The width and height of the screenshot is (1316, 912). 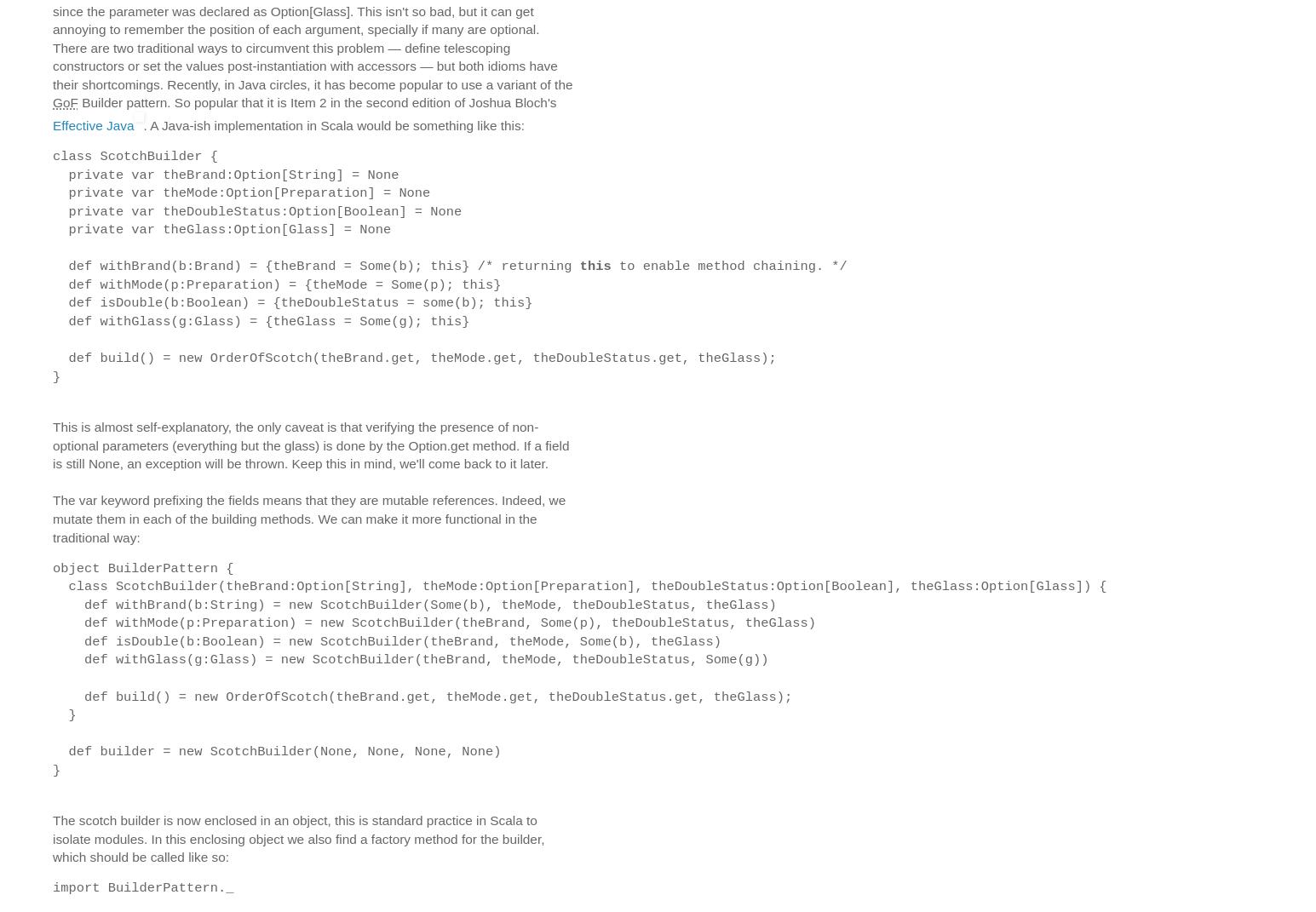 What do you see at coordinates (51, 284) in the screenshot?
I see `'def withMode(p:Preparation) = {theMode = Some(p); this}'` at bounding box center [51, 284].